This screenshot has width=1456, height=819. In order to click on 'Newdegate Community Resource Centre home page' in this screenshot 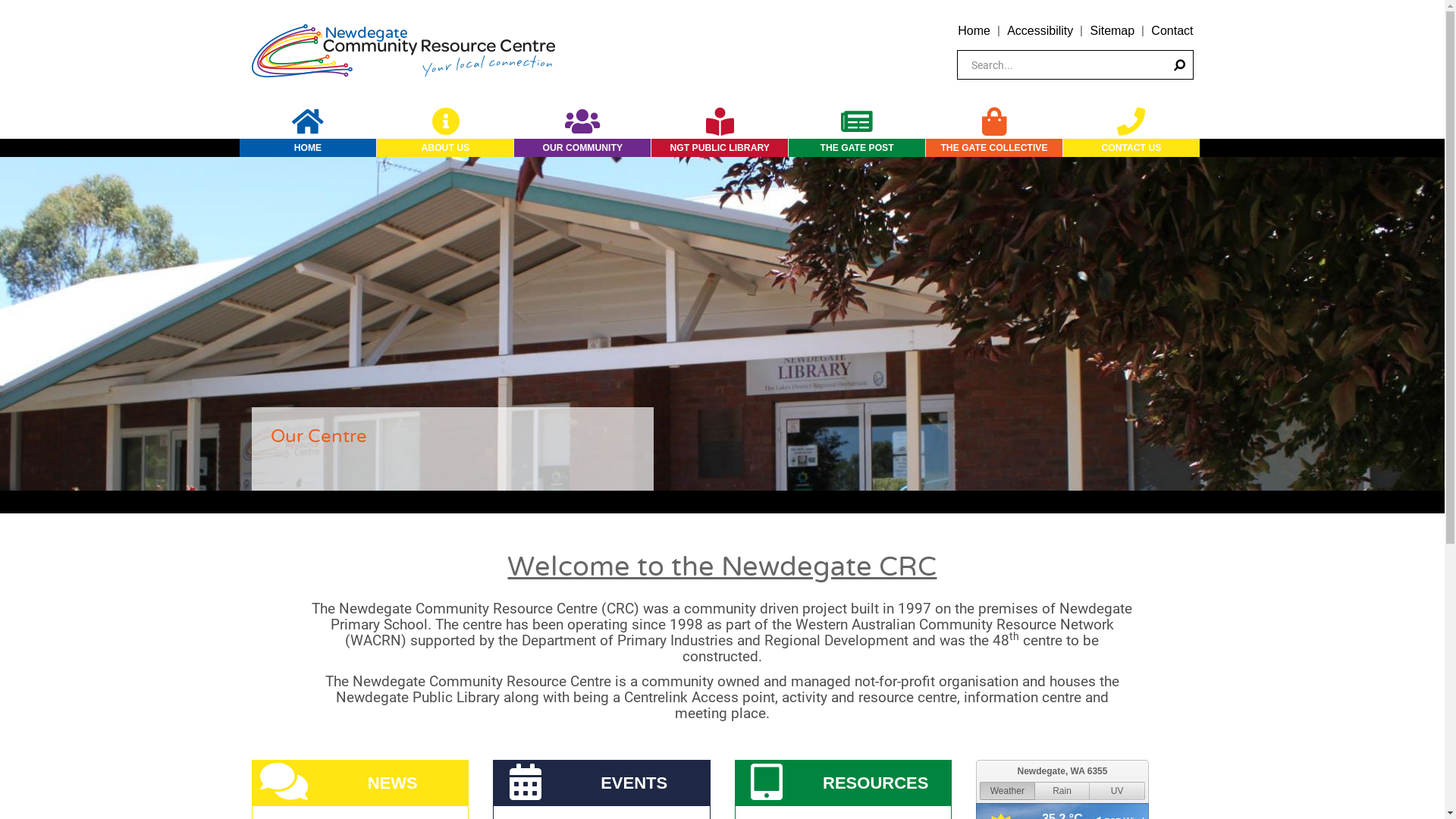, I will do `click(403, 49)`.